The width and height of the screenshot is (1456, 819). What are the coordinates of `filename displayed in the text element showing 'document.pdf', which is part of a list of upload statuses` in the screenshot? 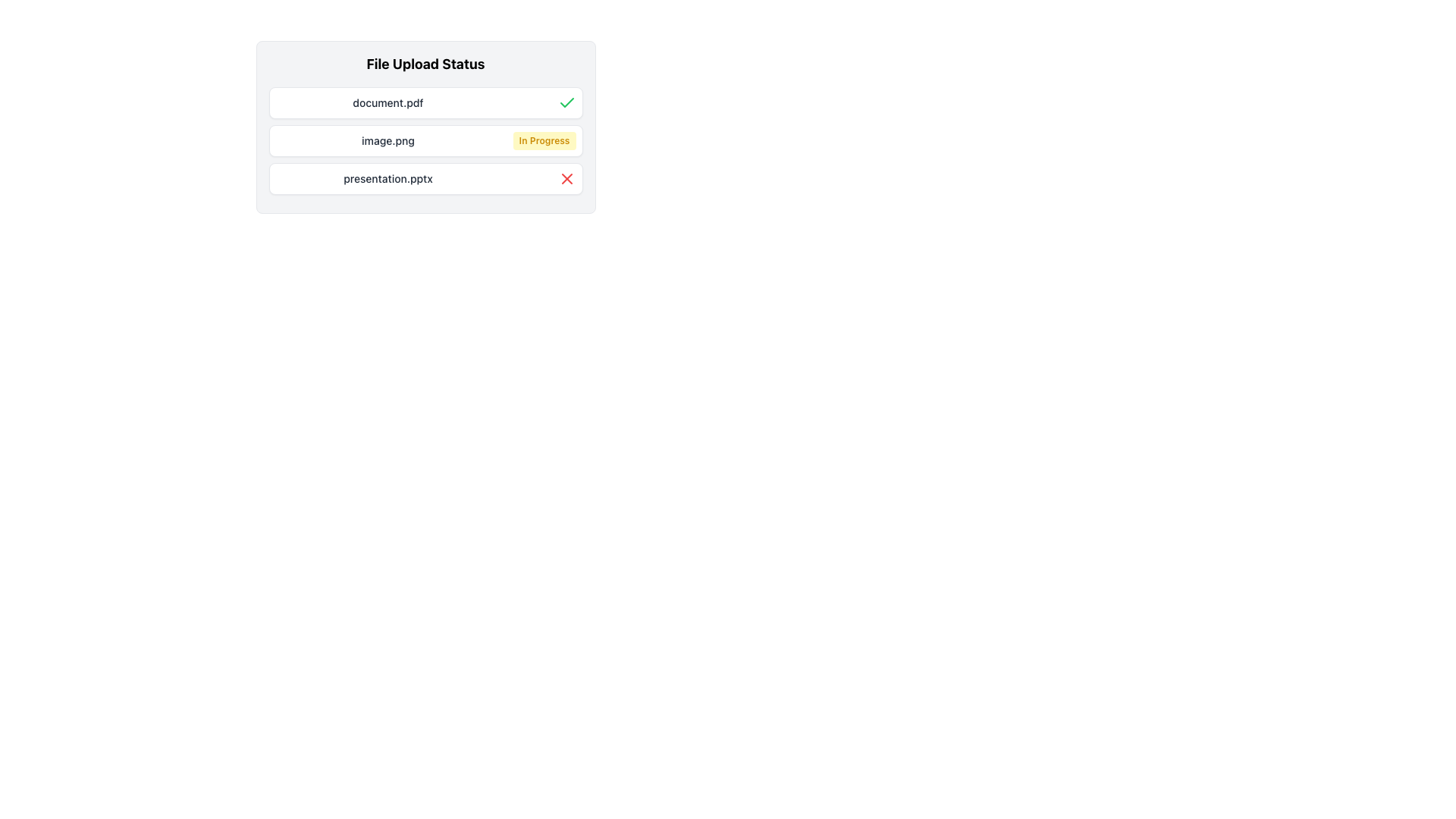 It's located at (388, 102).